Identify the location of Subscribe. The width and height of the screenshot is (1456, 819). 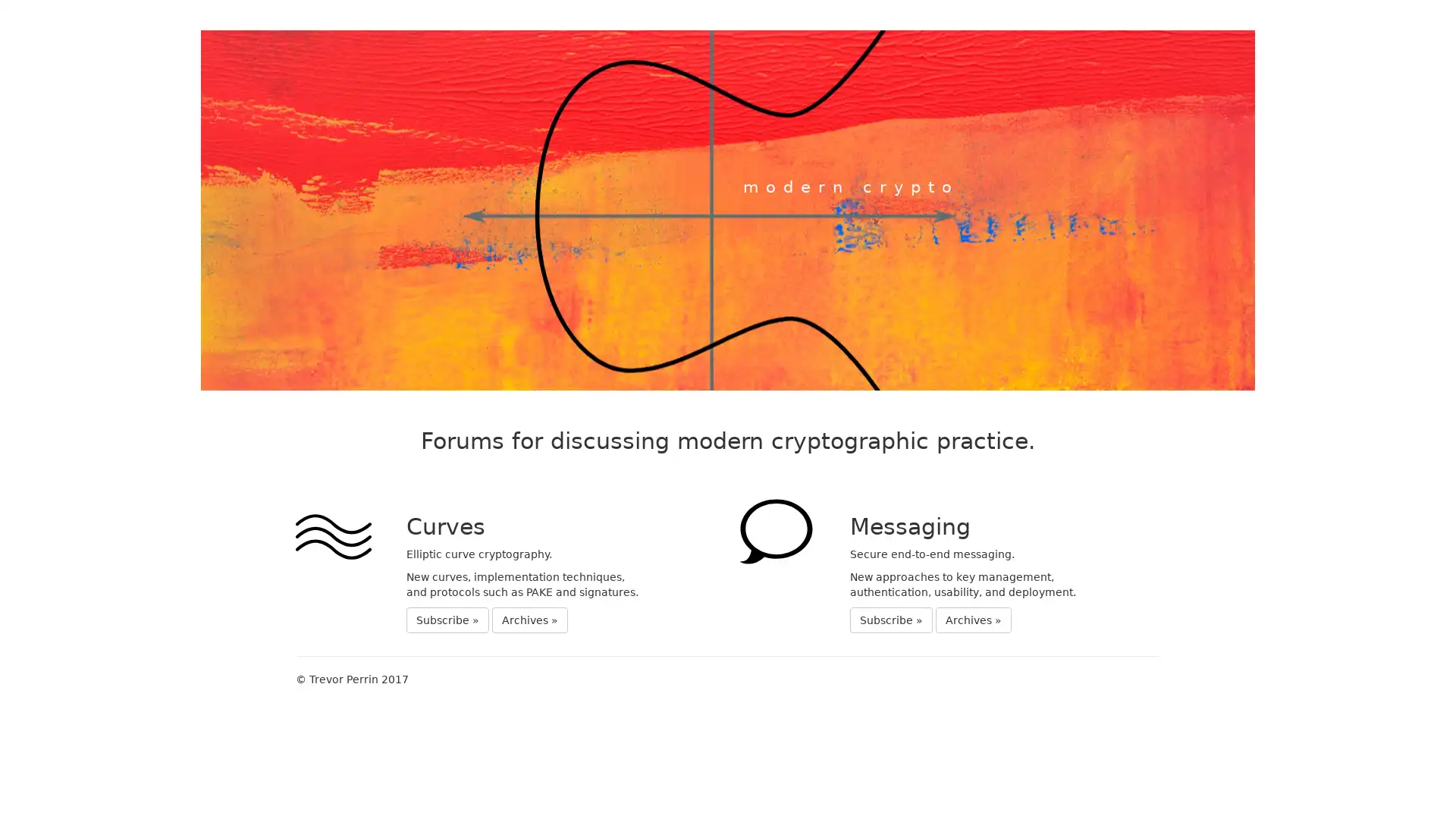
(447, 620).